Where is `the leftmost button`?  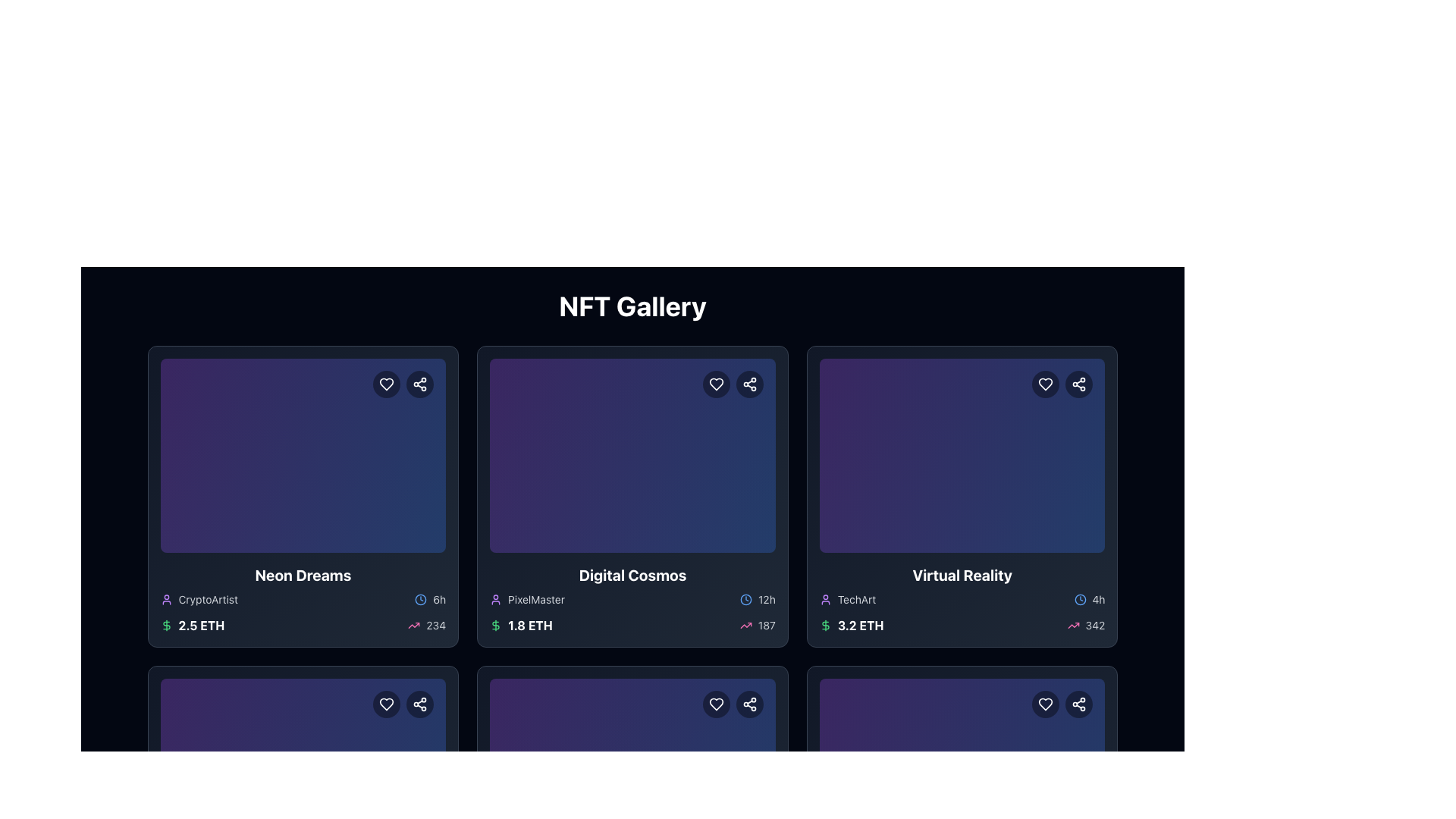
the leftmost button is located at coordinates (387, 704).